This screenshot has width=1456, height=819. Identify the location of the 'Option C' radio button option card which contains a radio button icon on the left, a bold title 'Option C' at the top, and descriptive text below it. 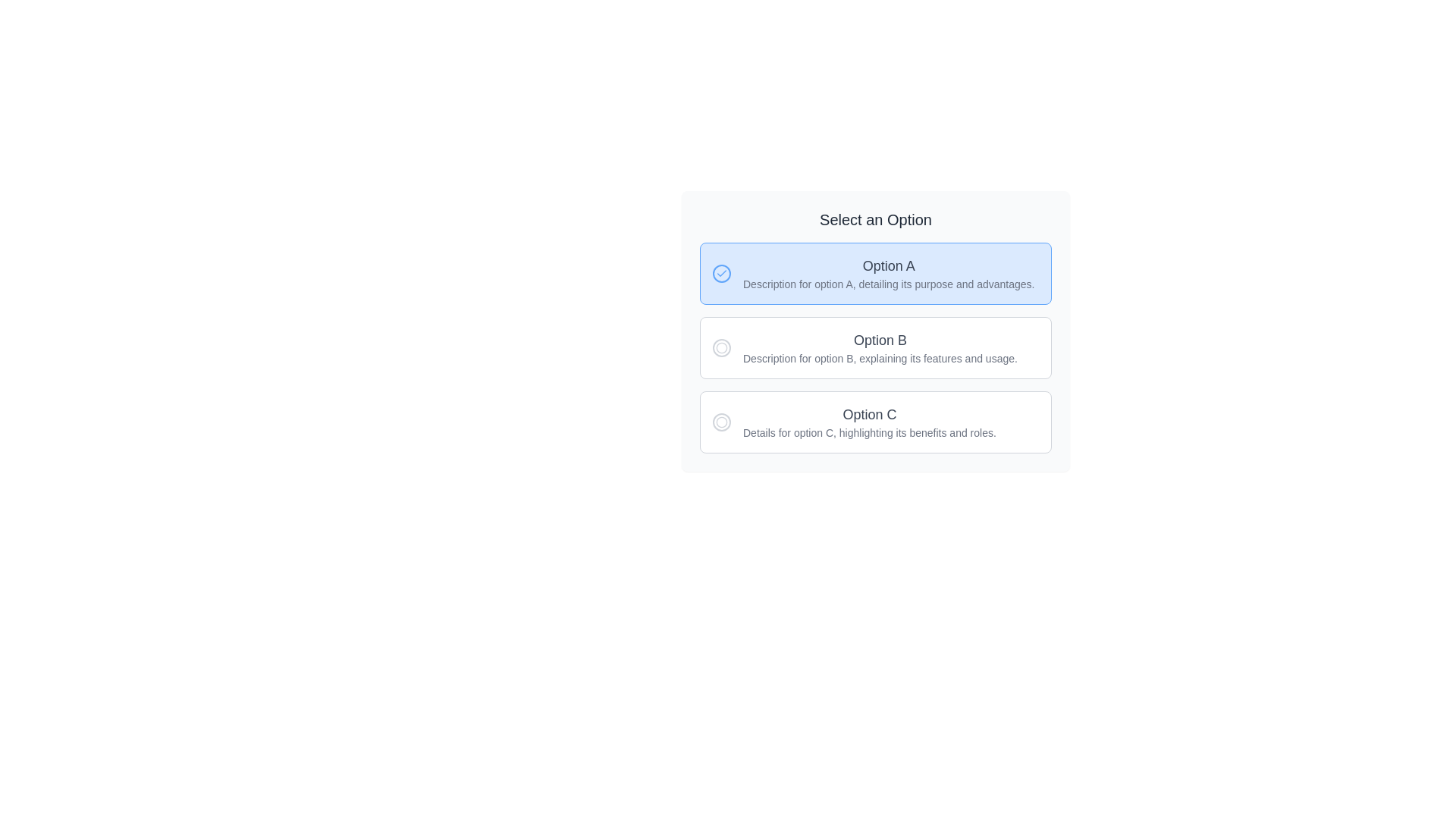
(876, 422).